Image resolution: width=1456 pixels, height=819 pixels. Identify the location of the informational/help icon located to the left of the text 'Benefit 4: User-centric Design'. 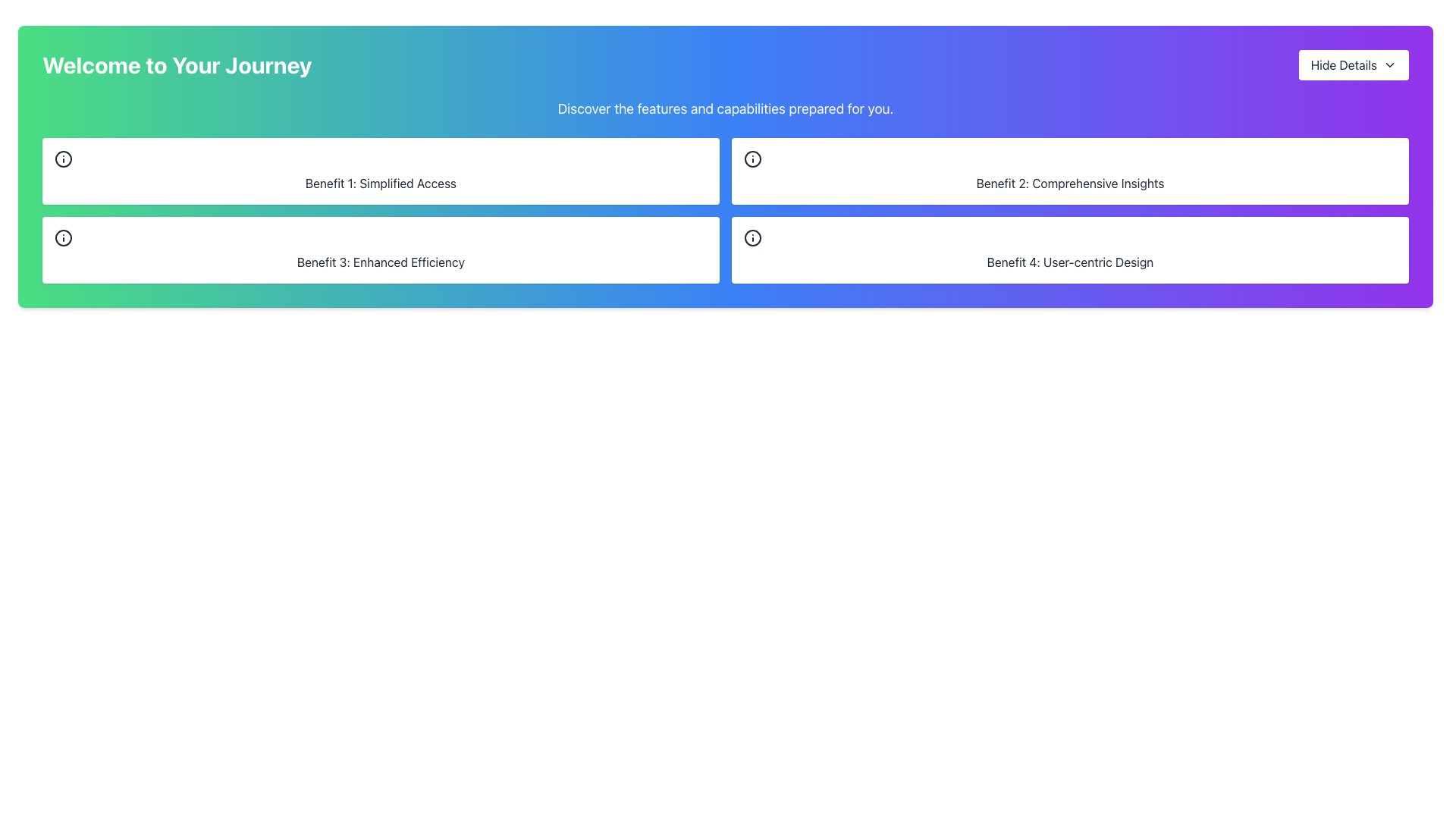
(753, 237).